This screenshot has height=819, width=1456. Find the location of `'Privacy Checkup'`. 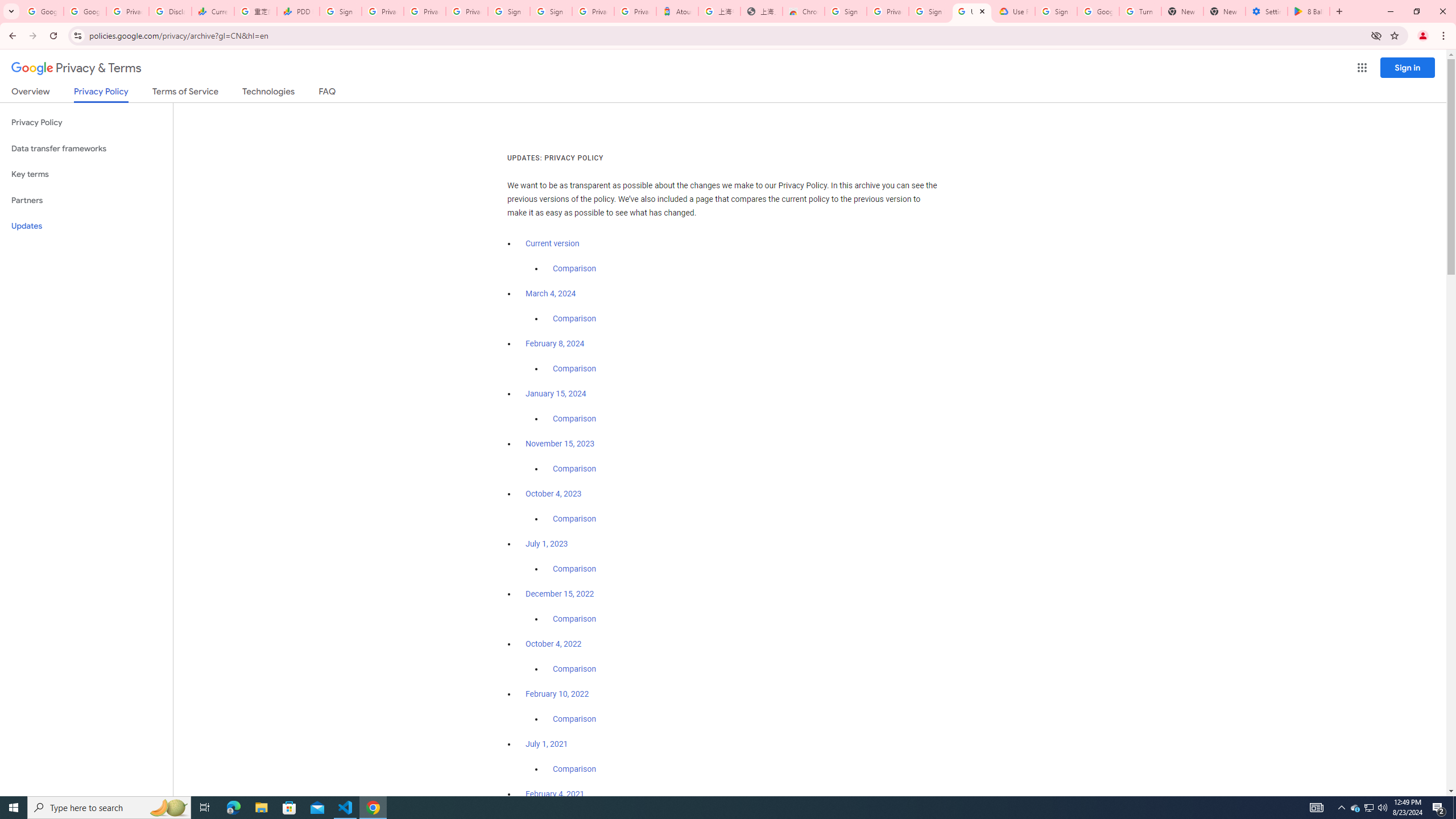

'Privacy Checkup' is located at coordinates (424, 11).